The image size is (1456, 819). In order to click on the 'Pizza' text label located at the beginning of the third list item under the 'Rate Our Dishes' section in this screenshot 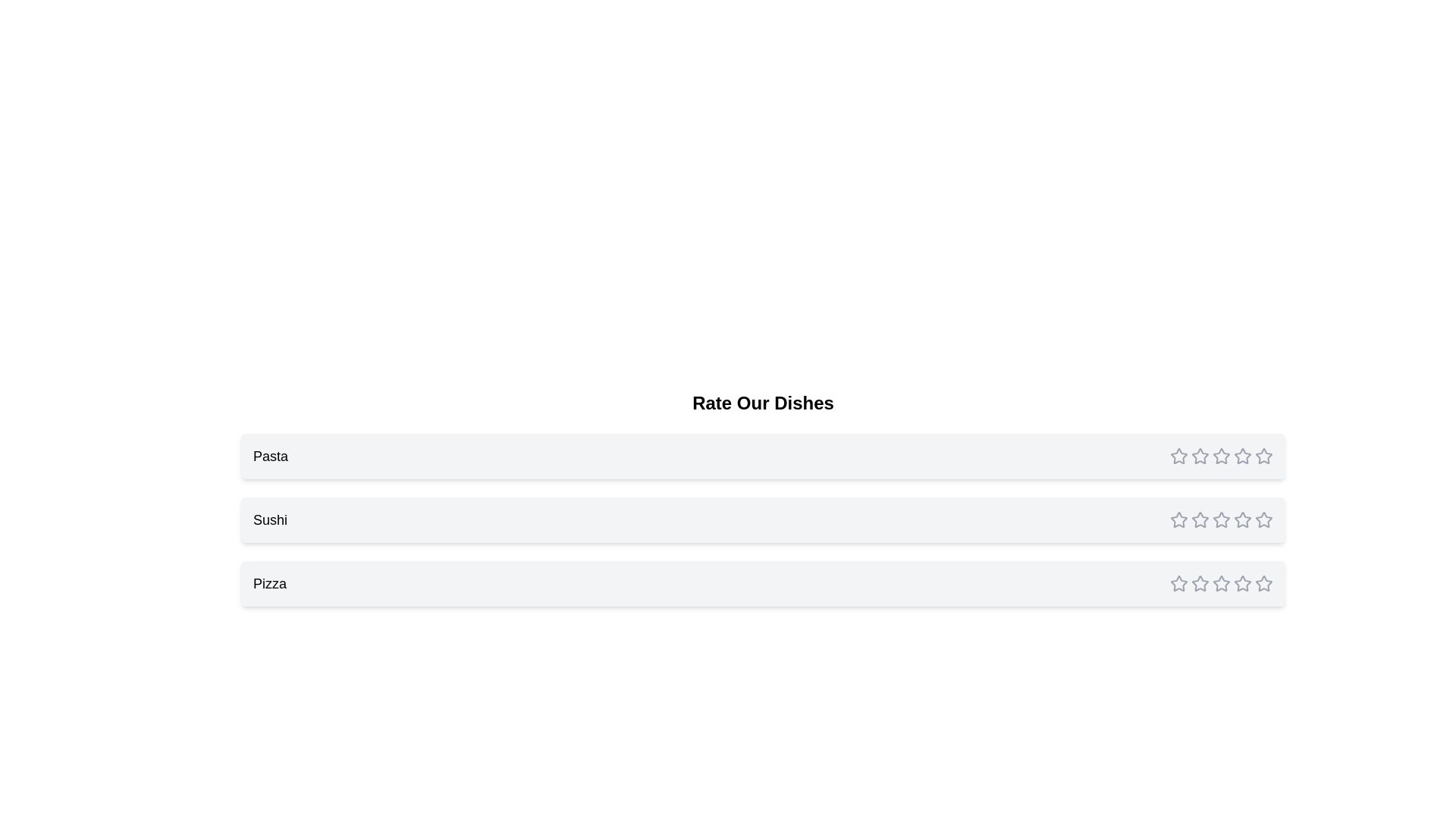, I will do `click(269, 583)`.